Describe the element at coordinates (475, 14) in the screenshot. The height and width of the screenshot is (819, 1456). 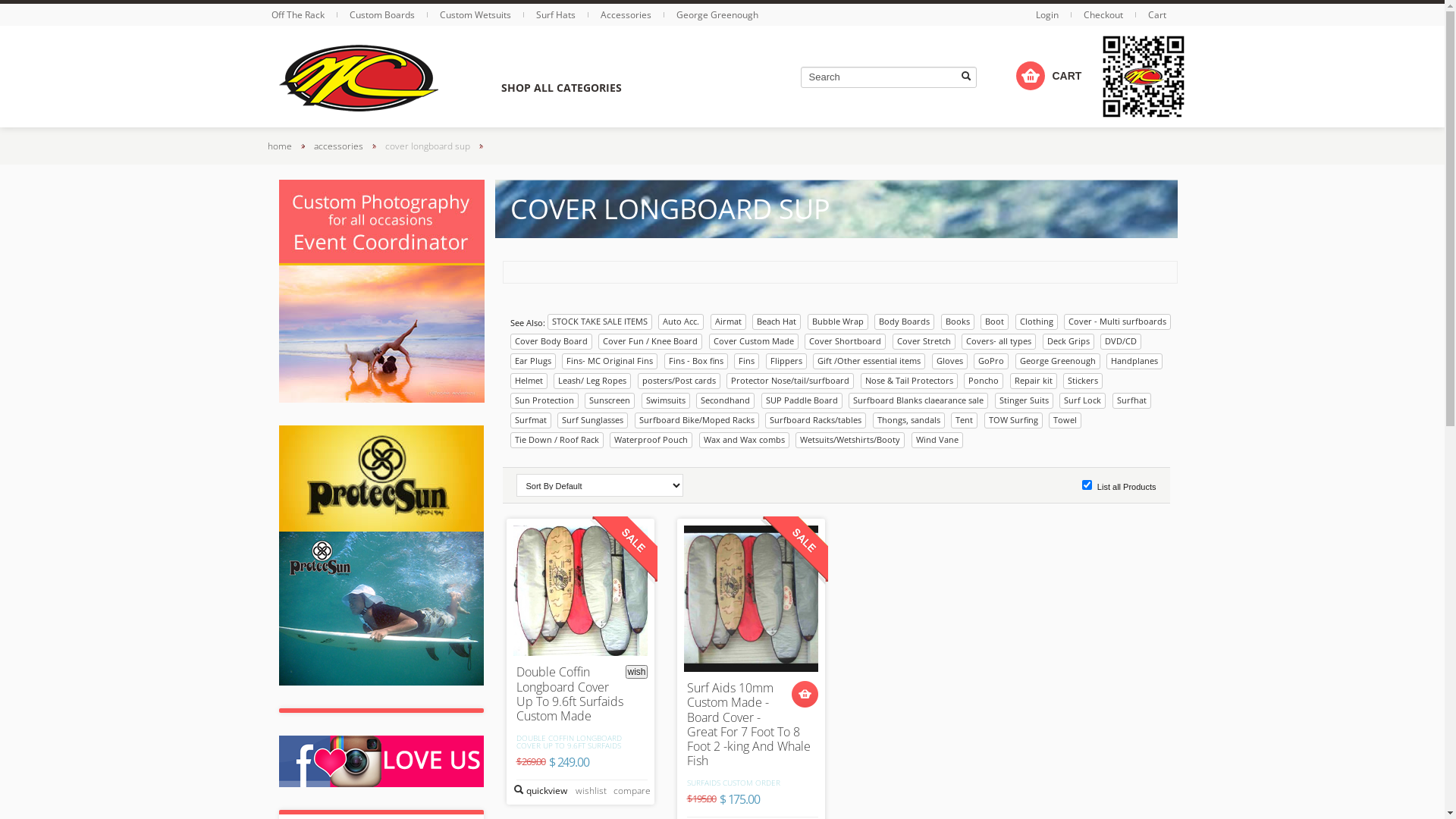
I see `'Custom Wetsuits'` at that location.